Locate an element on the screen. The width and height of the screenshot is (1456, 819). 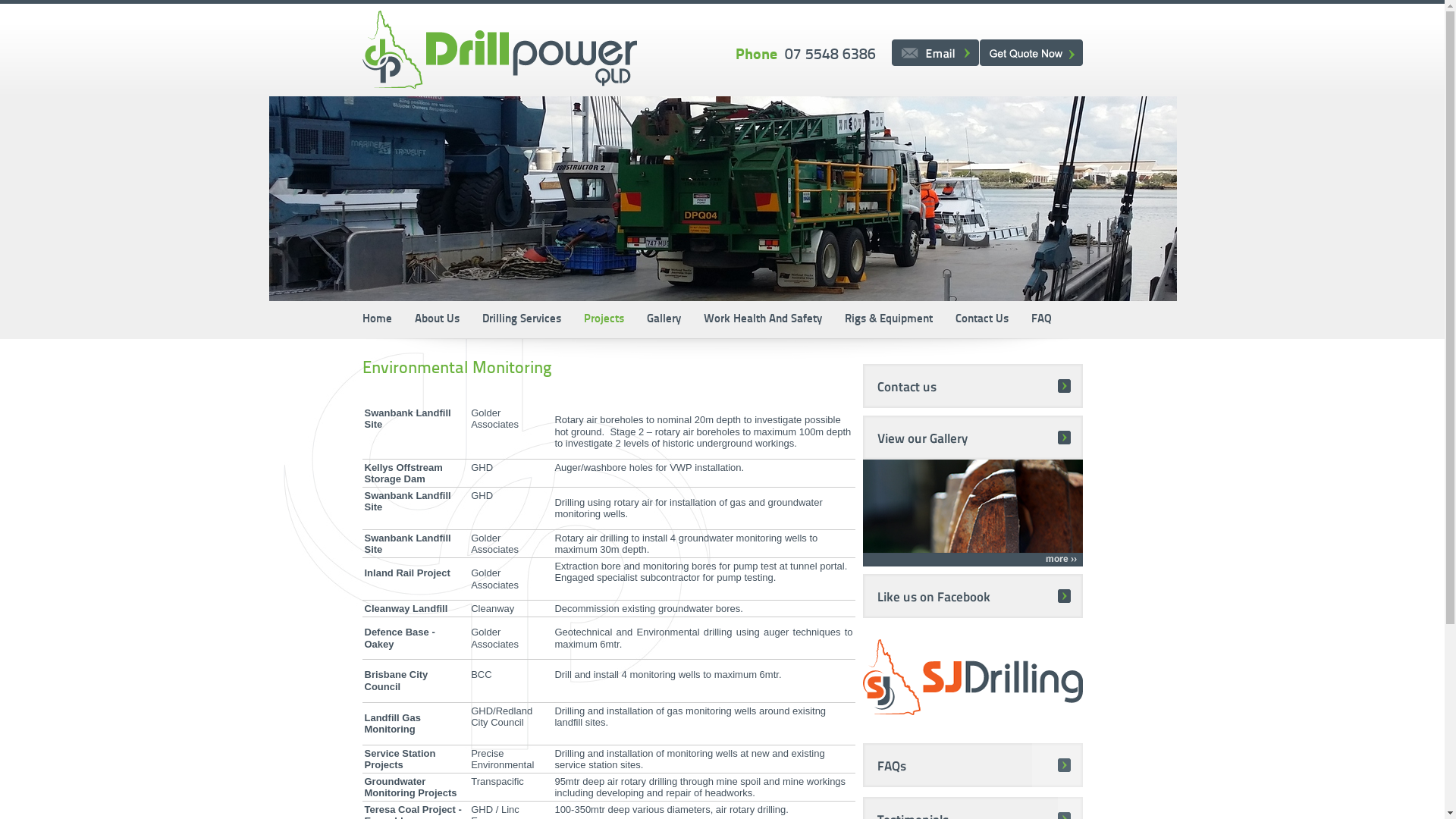
'Home' is located at coordinates (382, 318).